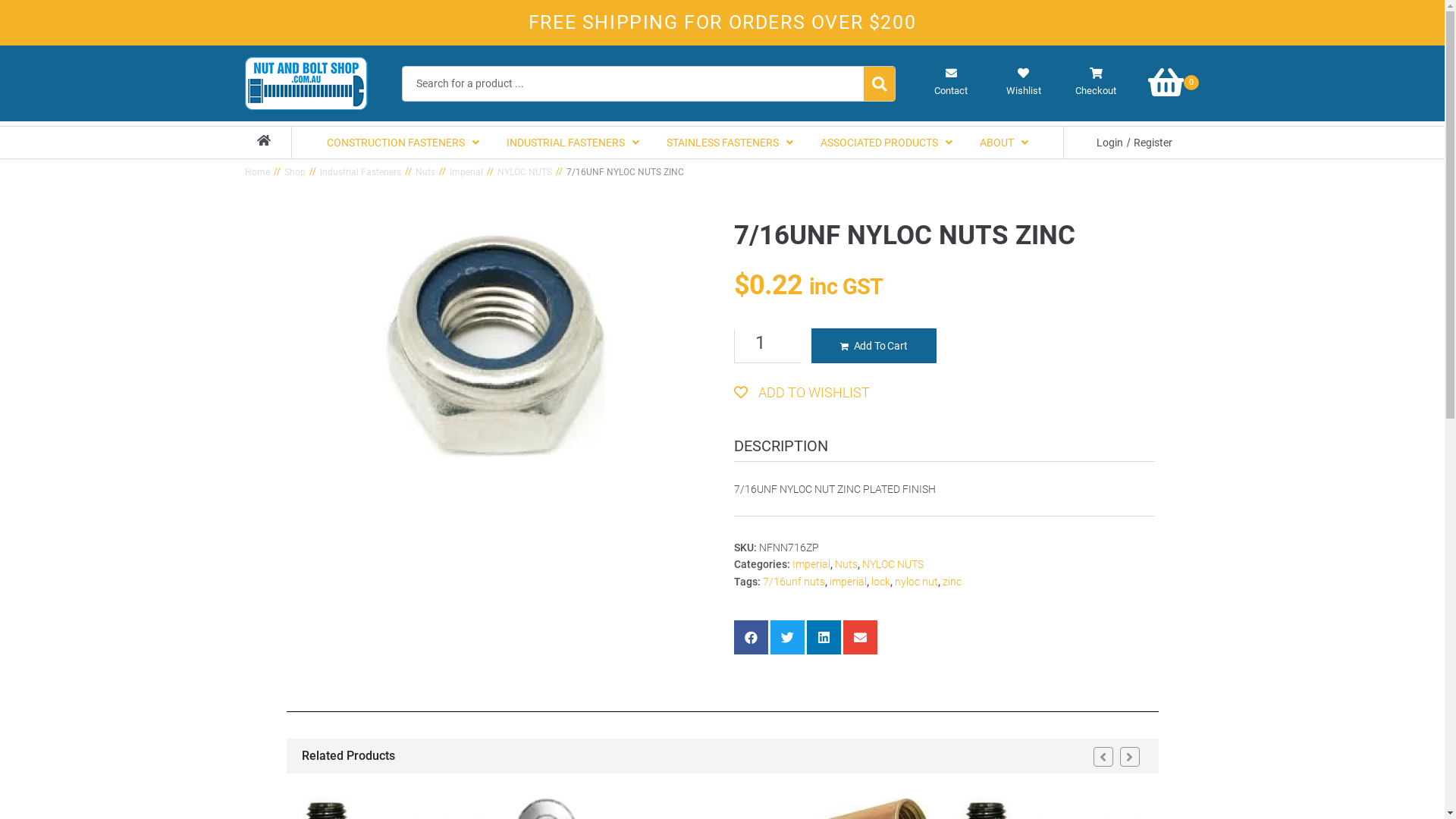 This screenshot has width=1456, height=819. Describe the element at coordinates (494, 345) in the screenshot. I see `'images'` at that location.